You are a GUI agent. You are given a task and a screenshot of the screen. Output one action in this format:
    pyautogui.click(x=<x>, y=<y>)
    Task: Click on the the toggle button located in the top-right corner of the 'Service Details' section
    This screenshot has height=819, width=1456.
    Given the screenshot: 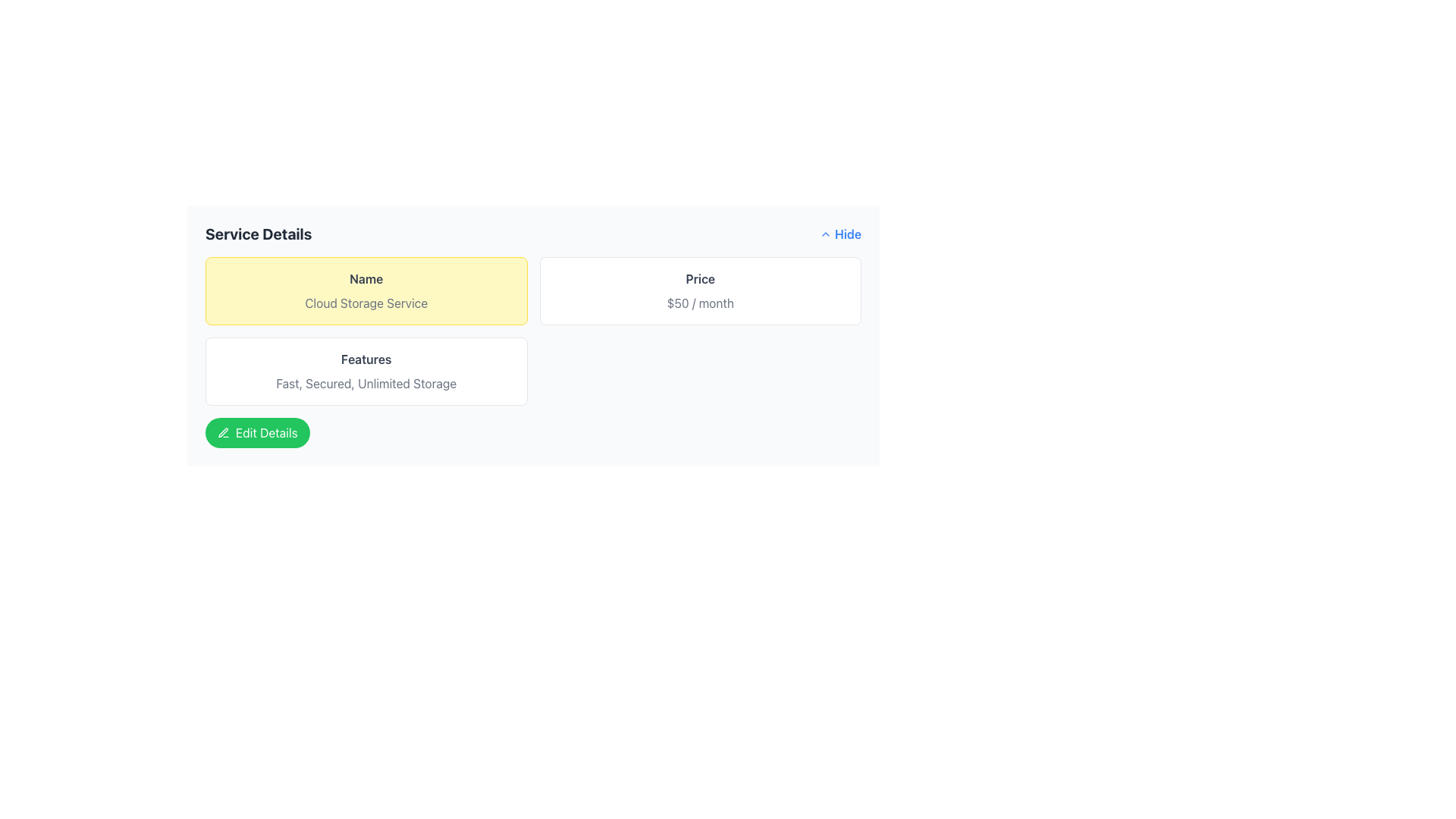 What is the action you would take?
    pyautogui.click(x=839, y=234)
    